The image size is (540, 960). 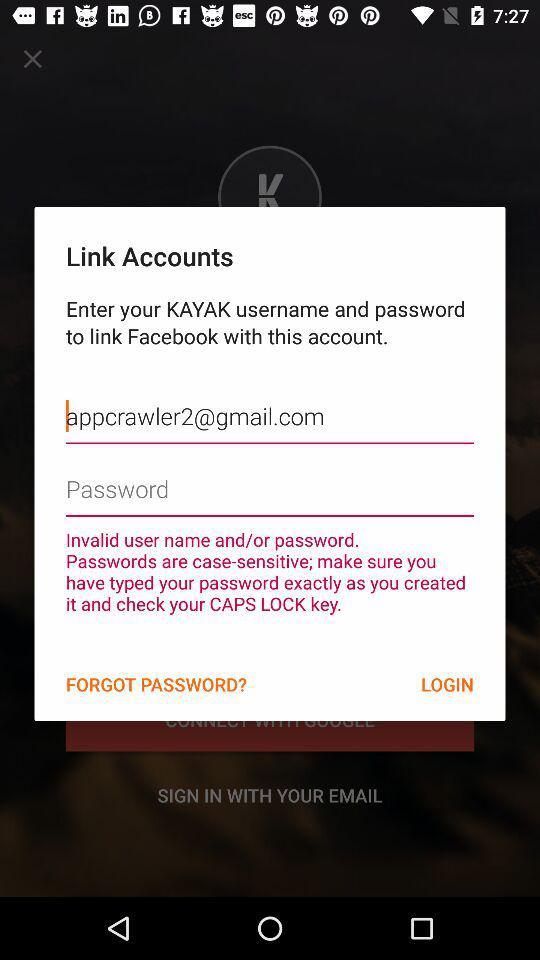 I want to click on the forgot password? item, so click(x=155, y=684).